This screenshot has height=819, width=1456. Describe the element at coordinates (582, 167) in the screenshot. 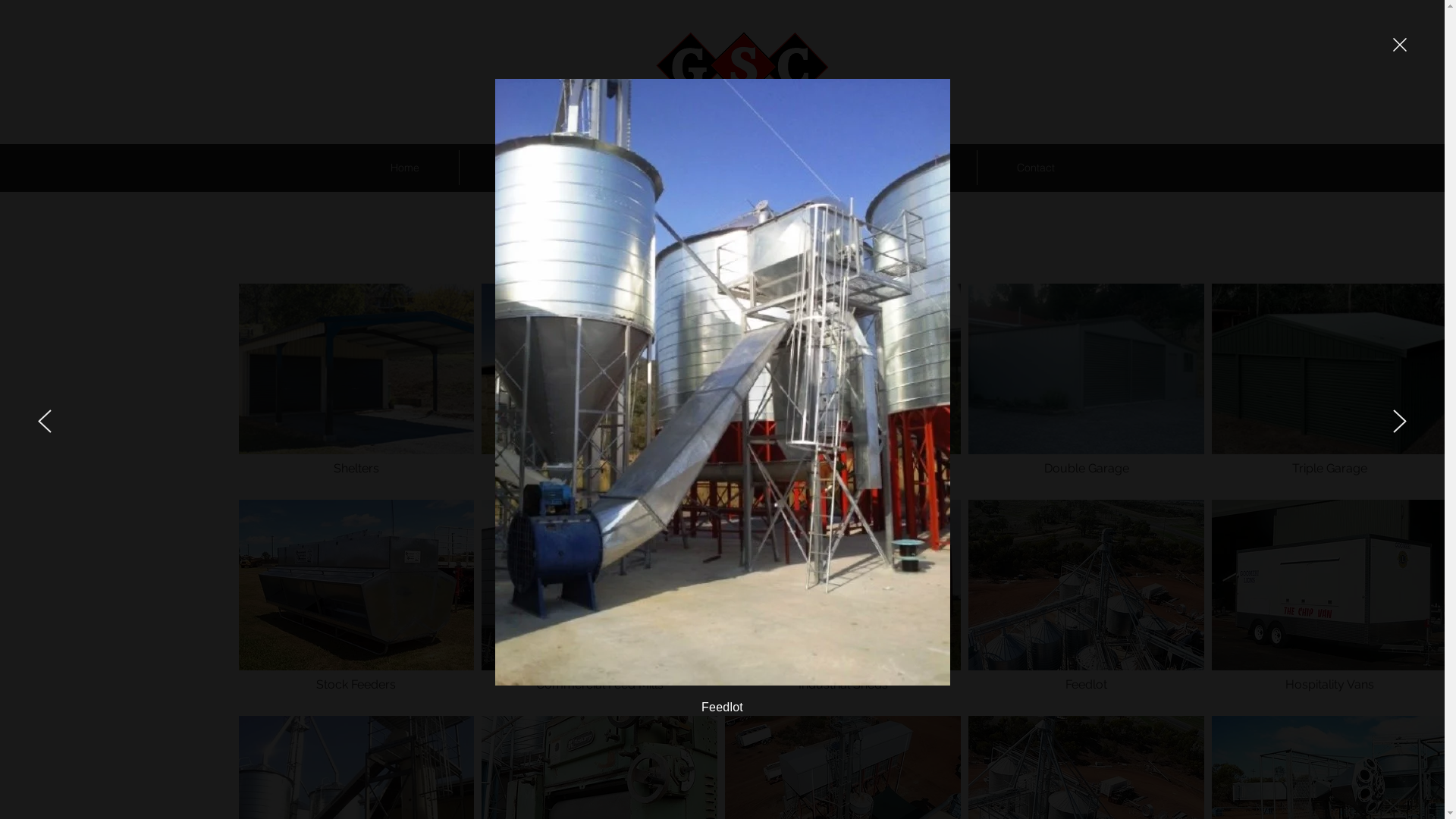

I see `'Our Services'` at that location.